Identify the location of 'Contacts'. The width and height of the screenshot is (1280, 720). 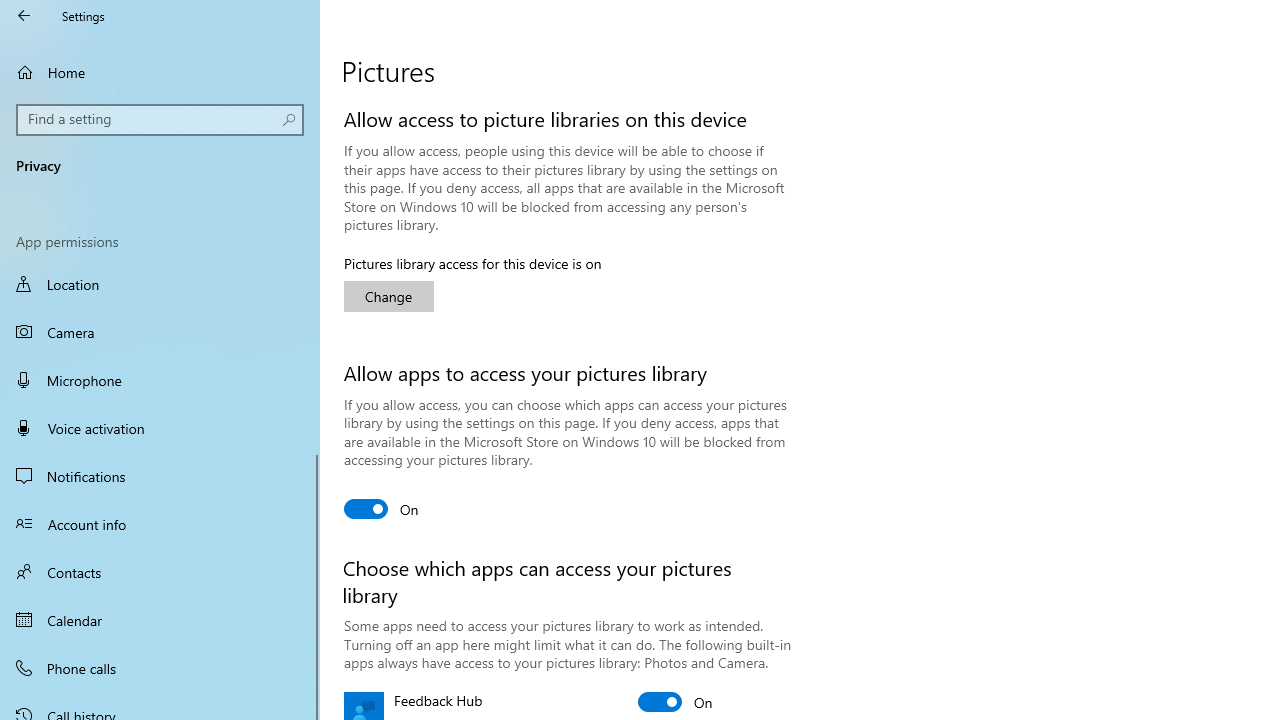
(160, 572).